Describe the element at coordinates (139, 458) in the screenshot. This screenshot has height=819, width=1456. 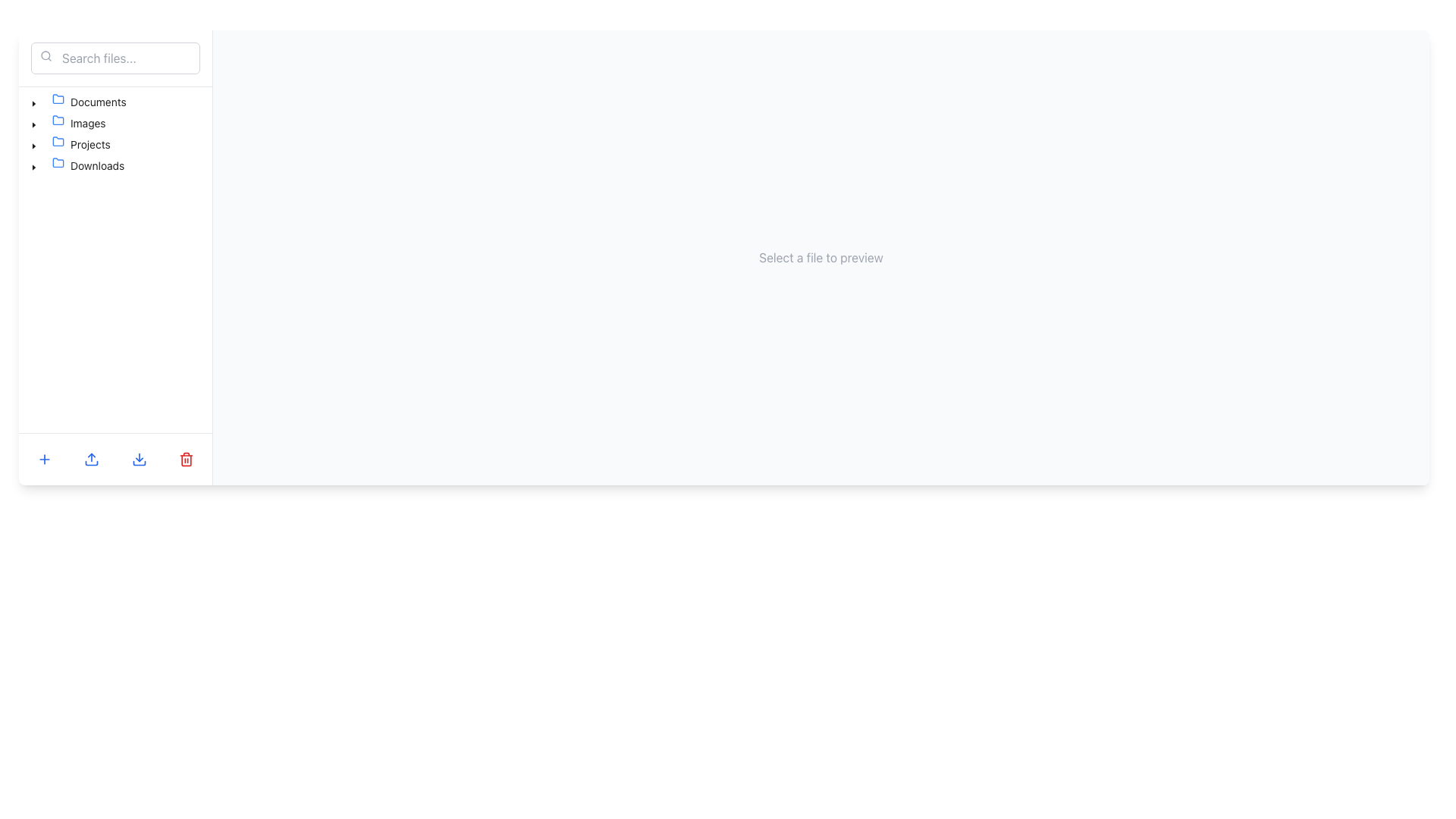
I see `the rectangular download button with a blue downward-pointing arrow icon, located at the bottom left of the interface, to initiate the download` at that location.